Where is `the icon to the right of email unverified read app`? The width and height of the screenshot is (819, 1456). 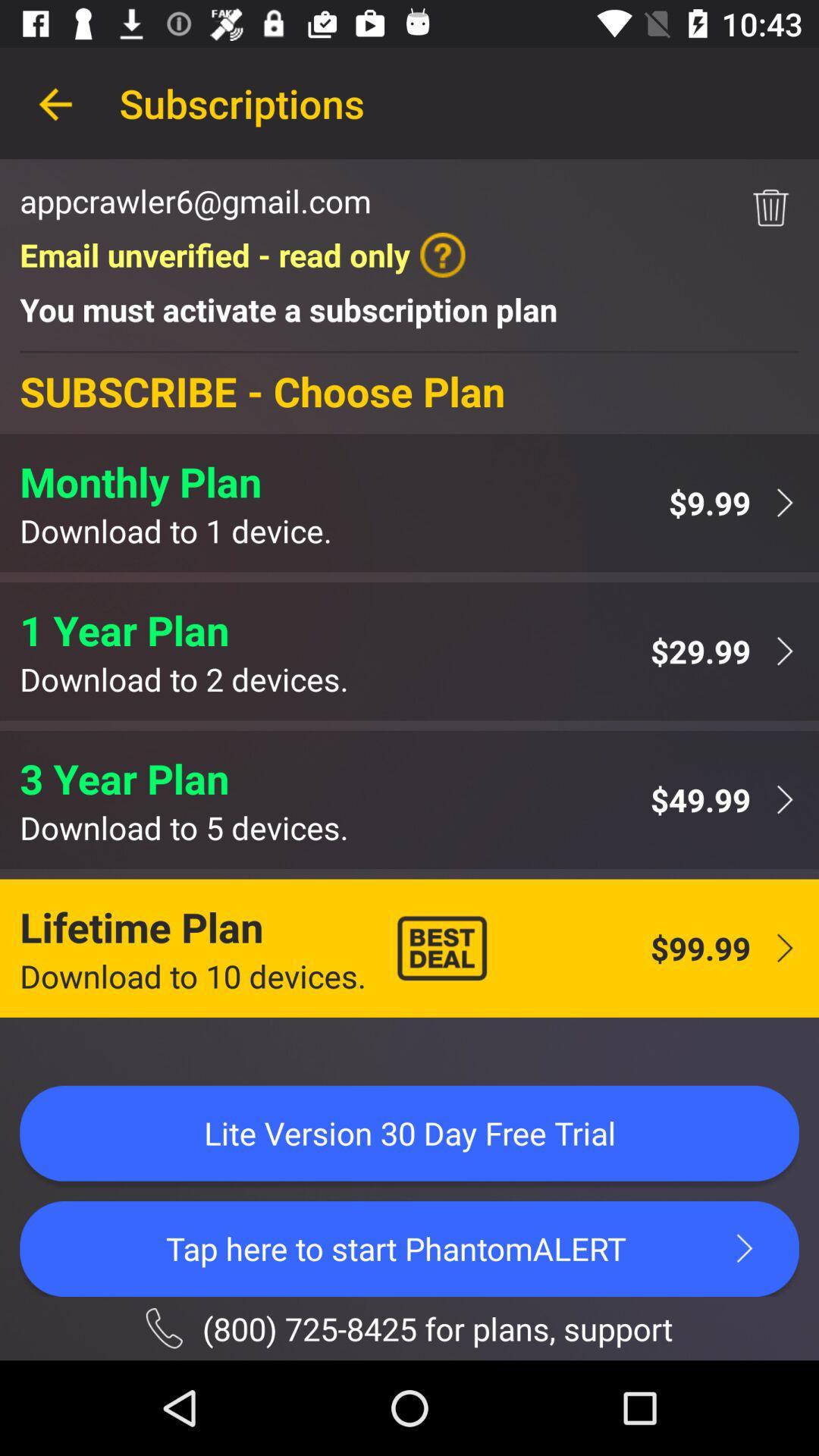 the icon to the right of email unverified read app is located at coordinates (770, 207).